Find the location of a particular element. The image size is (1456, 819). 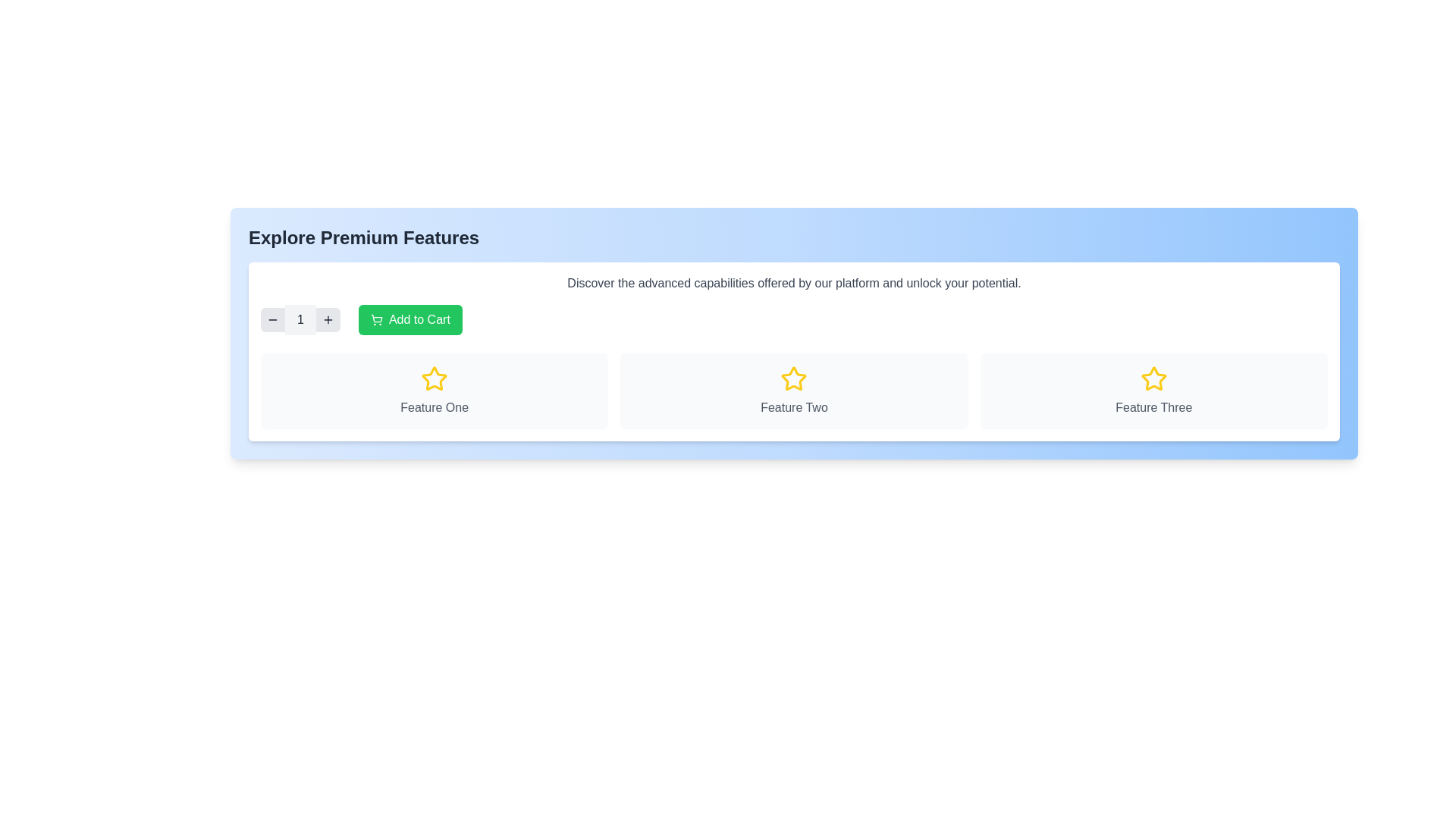

the increment button located on the right side of the control group that modifies the displayed numeric value is located at coordinates (327, 318).